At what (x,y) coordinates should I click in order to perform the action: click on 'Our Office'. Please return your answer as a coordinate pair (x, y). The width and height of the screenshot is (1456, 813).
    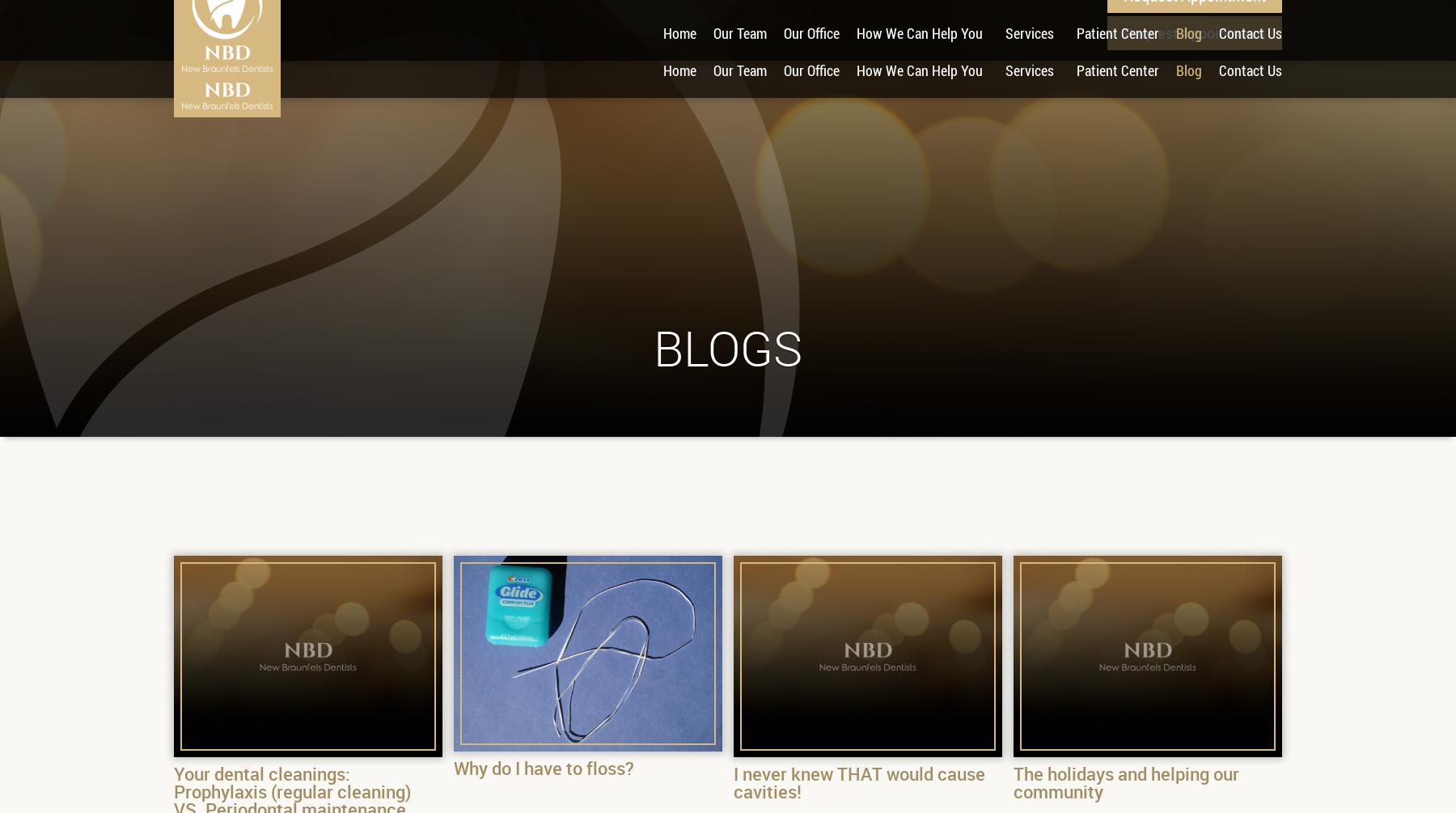
    Looking at the image, I should click on (782, 70).